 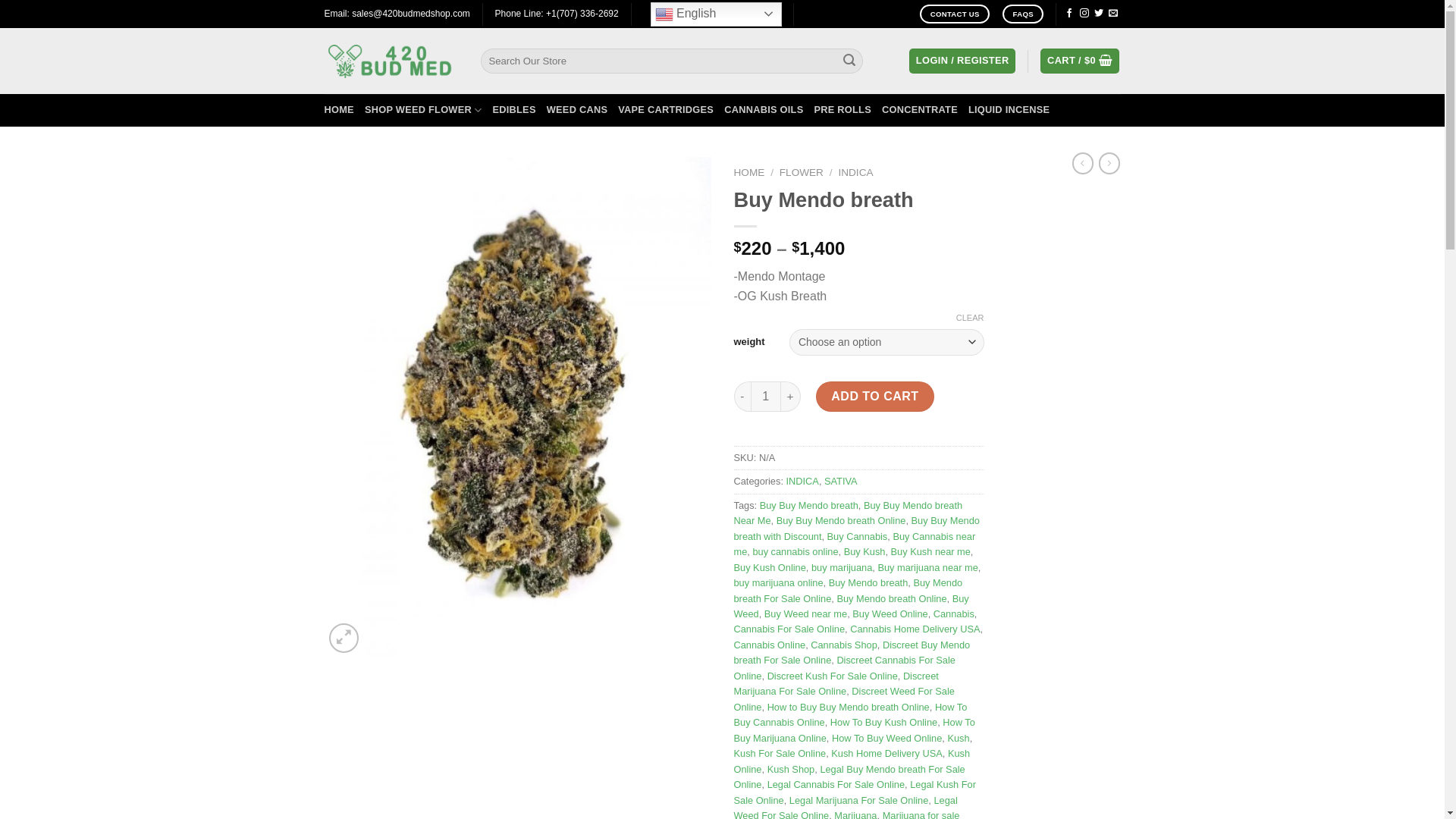 I want to click on 'Buy marijuana near me', so click(x=927, y=567).